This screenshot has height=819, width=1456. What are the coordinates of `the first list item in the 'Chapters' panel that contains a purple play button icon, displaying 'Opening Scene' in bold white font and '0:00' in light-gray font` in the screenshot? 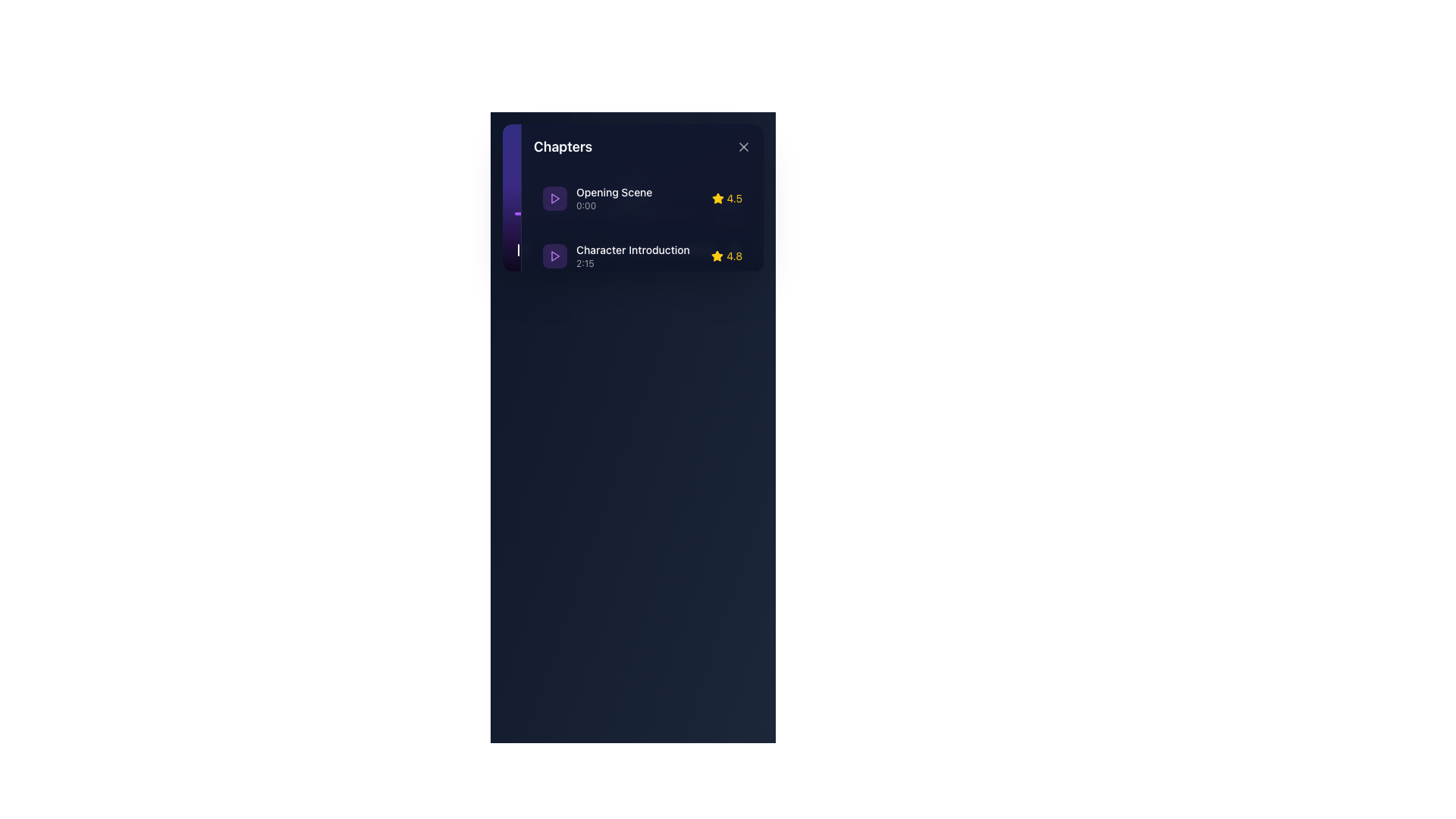 It's located at (597, 198).